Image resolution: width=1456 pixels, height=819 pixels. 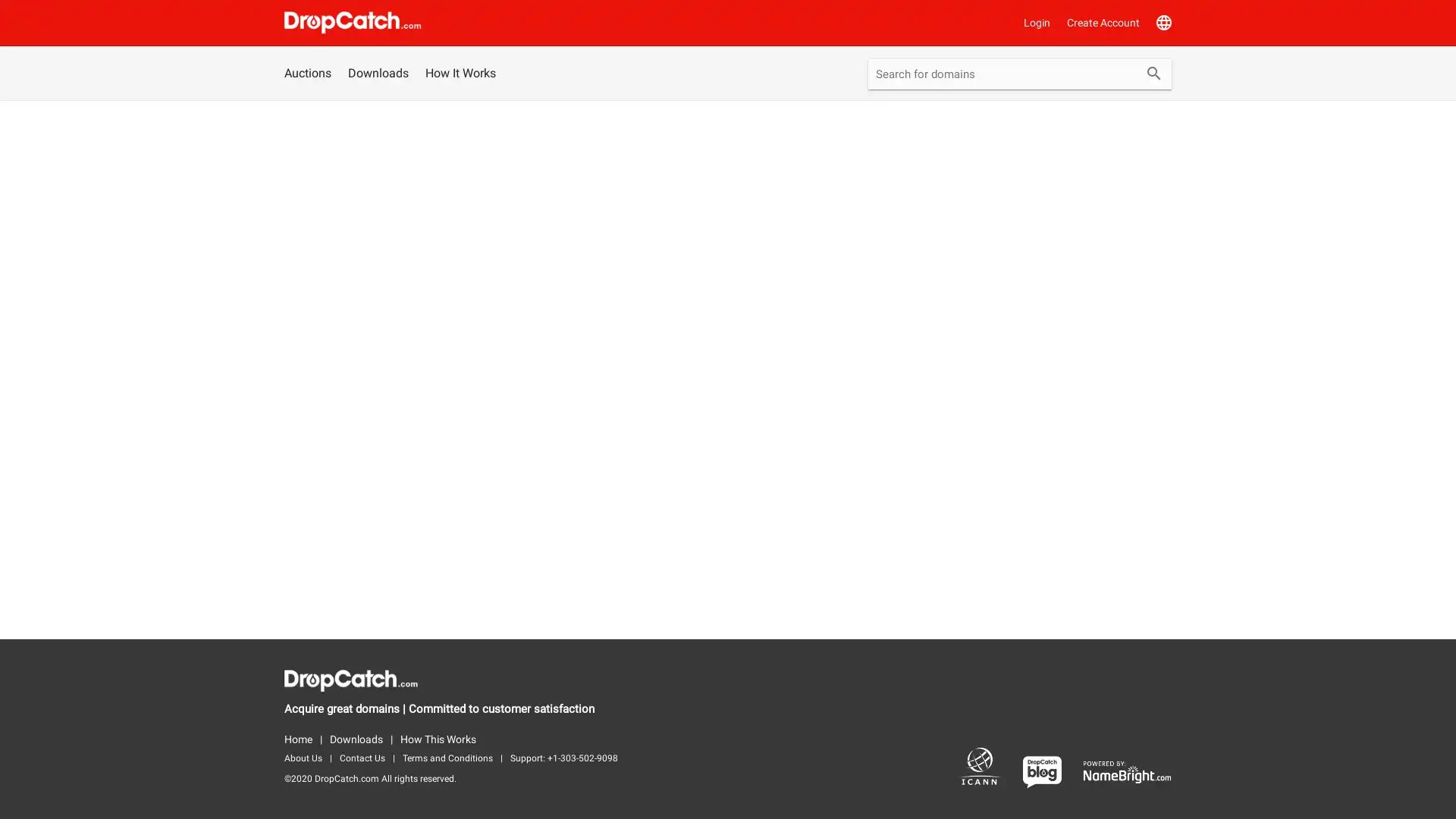 I want to click on Bid, so click(x=1139, y=517).